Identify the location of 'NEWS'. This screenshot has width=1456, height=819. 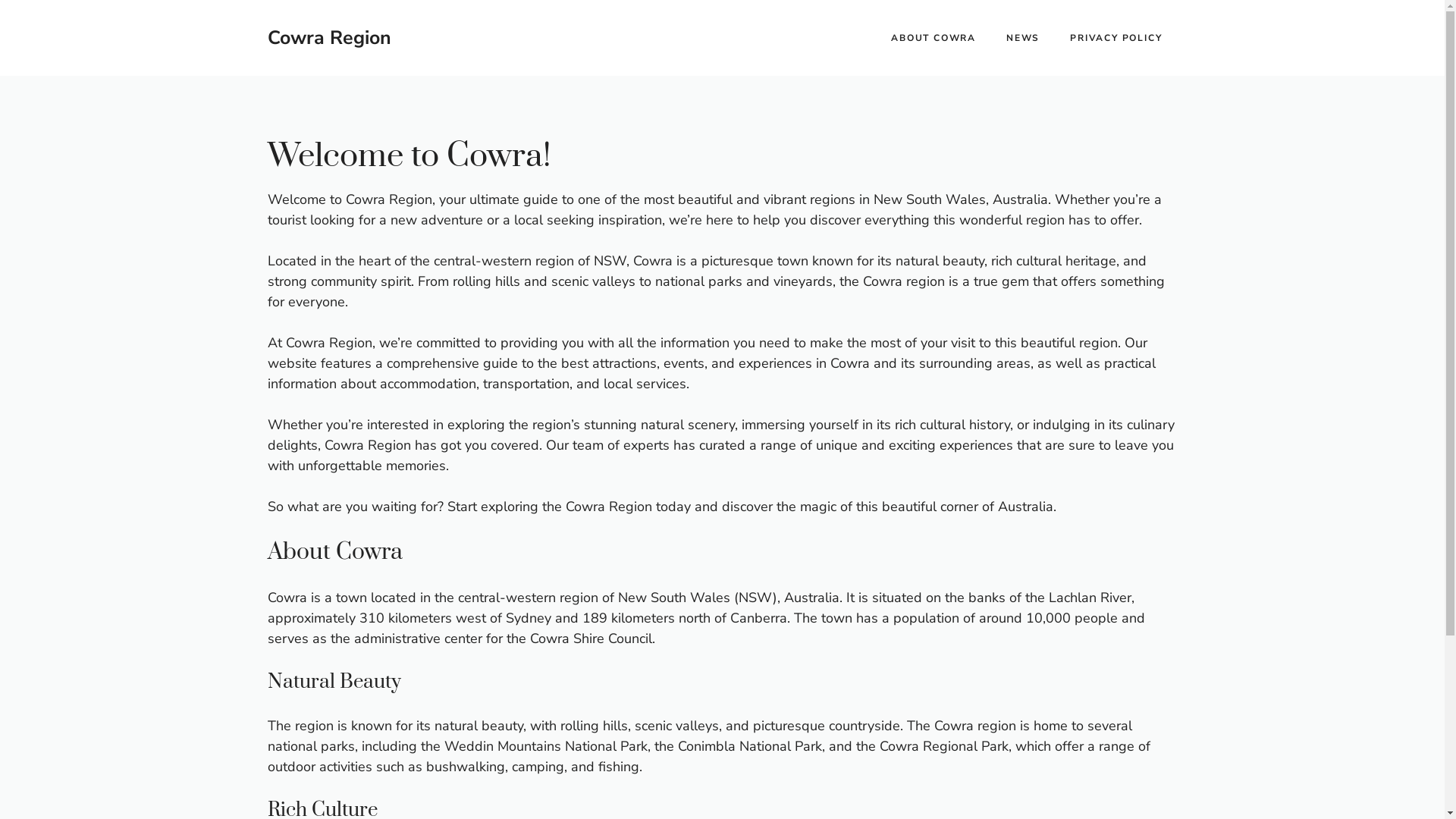
(1022, 37).